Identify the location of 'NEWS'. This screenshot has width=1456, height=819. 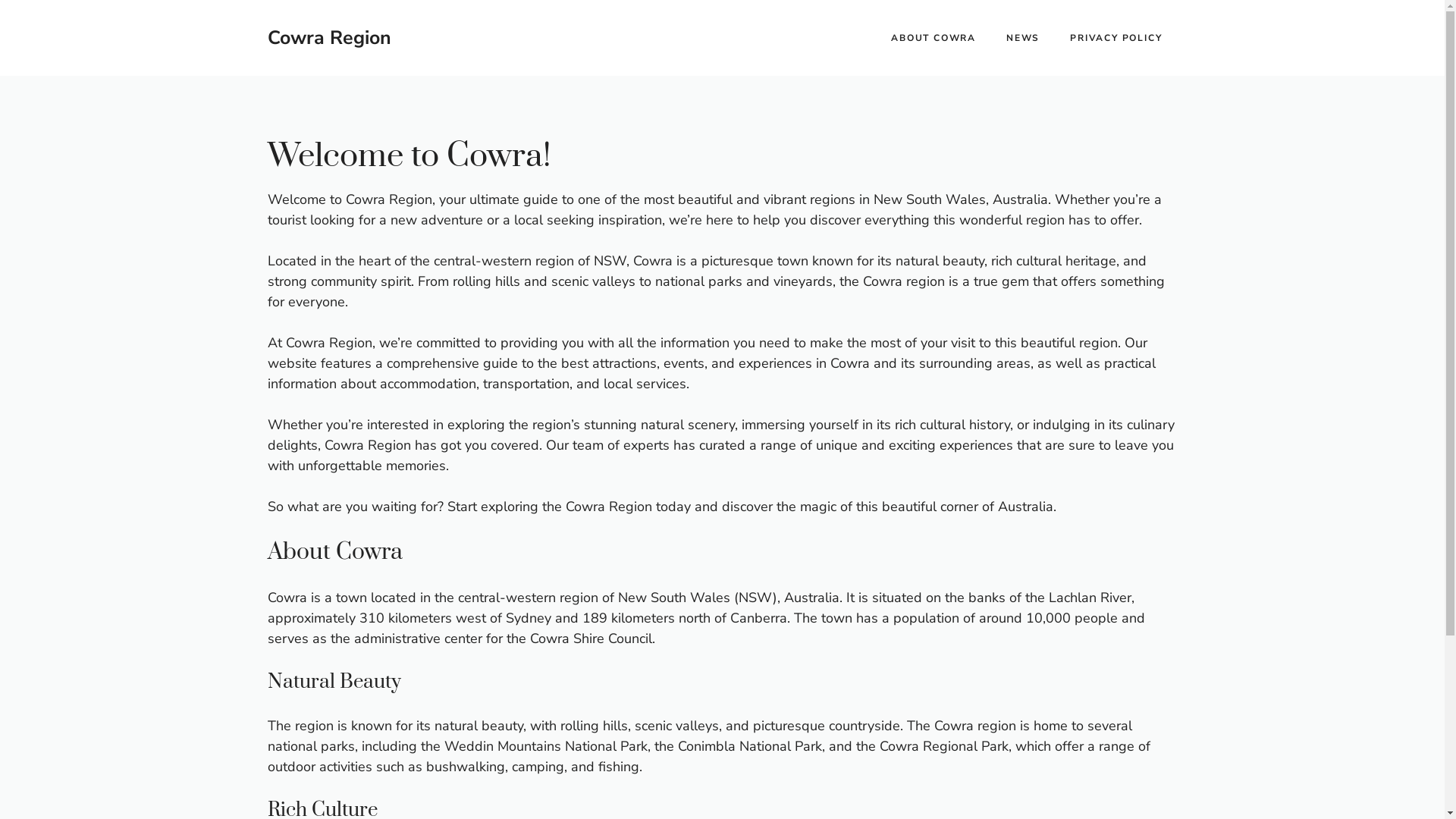
(1022, 37).